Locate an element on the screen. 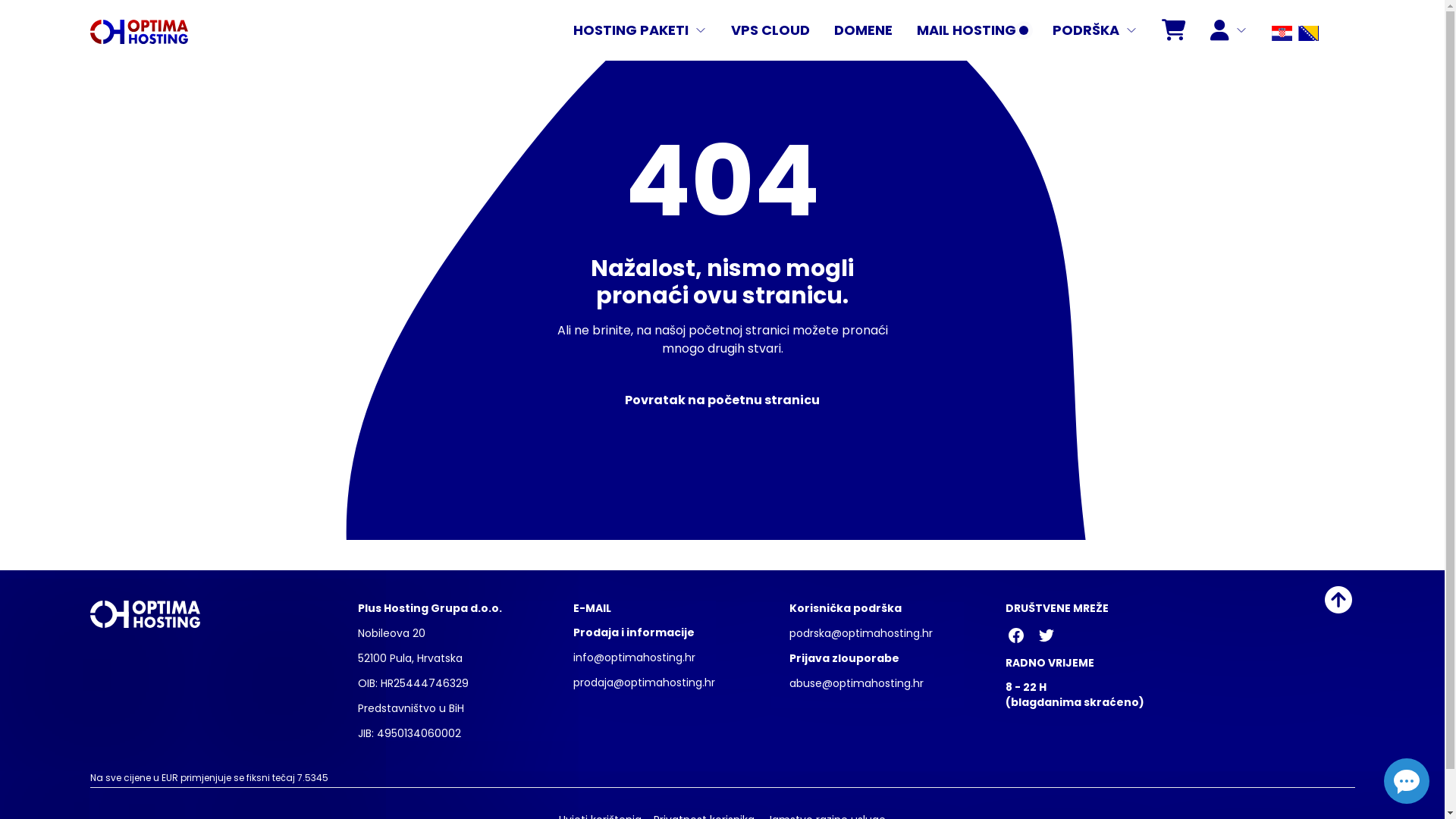  'DOMENE' is located at coordinates (863, 30).